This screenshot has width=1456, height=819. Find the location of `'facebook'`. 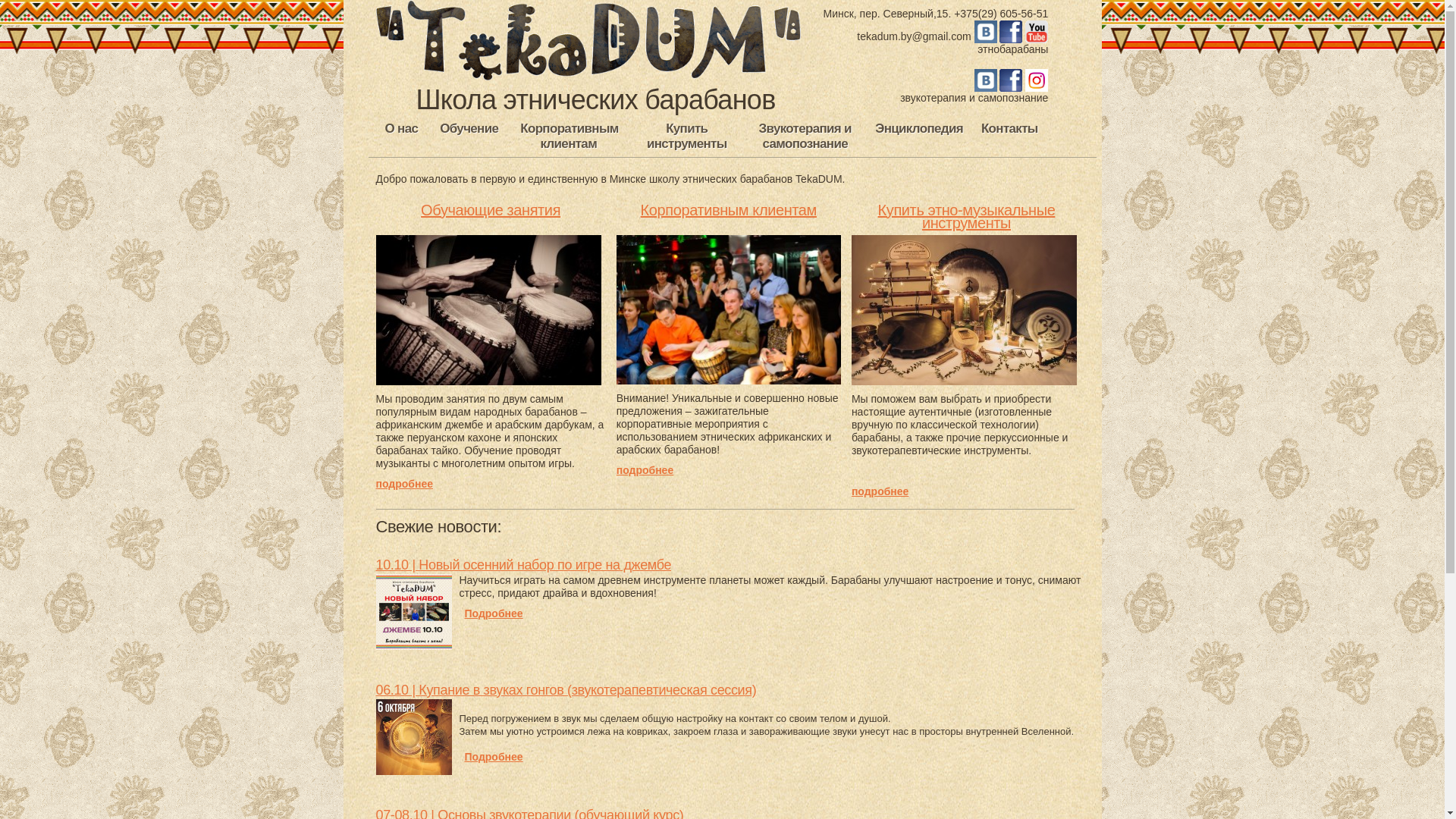

'facebook' is located at coordinates (1011, 84).